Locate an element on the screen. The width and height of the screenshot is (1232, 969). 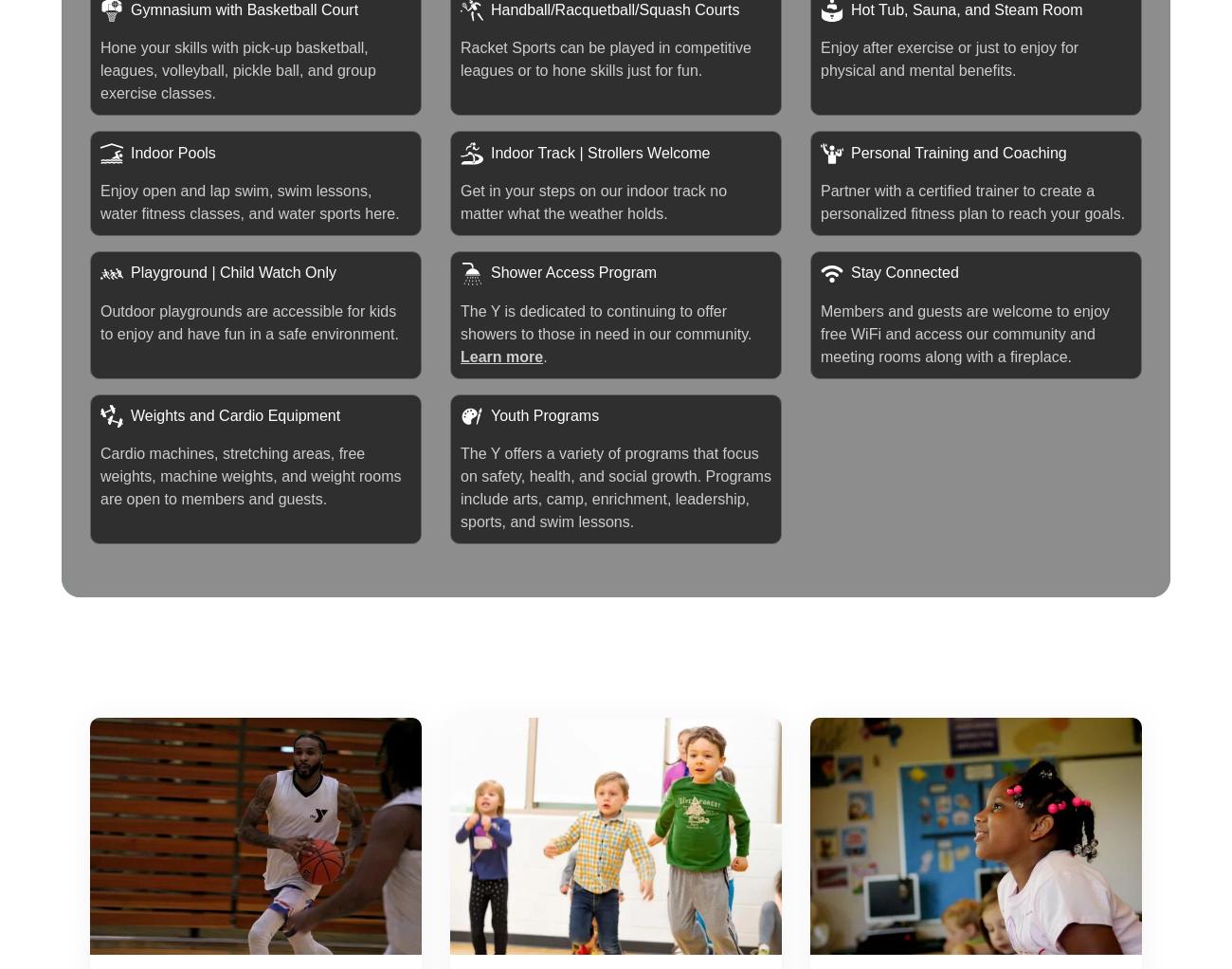
'Handball/Racquetball/Squash Courts' is located at coordinates (614, 8).